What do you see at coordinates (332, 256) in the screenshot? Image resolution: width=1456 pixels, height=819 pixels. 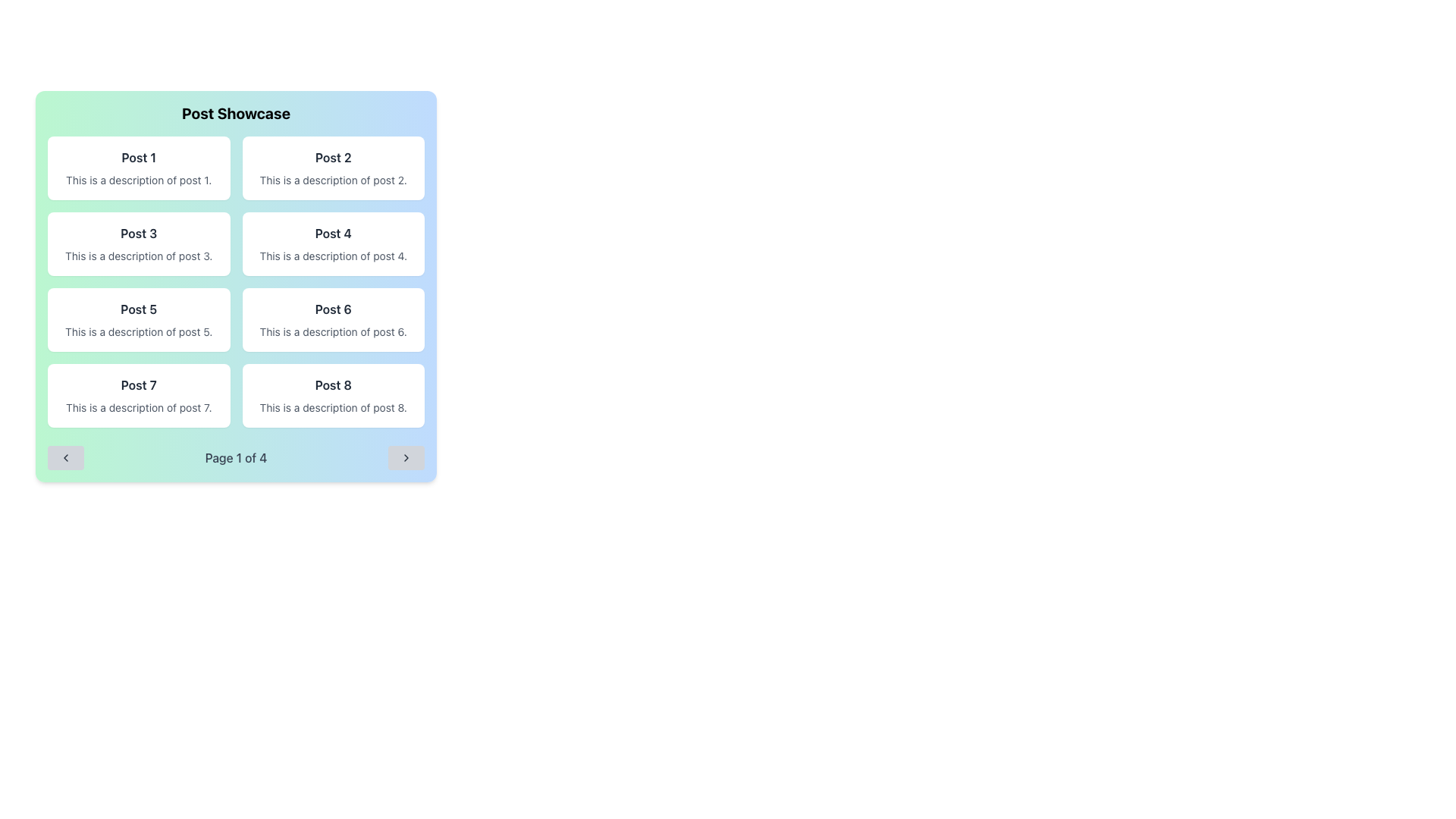 I see `the text element displaying 'This is a description of post 4.' located beneath the title 'Post 4' within the white, rounded rectangle card in the top right corner of the grid layout` at bounding box center [332, 256].